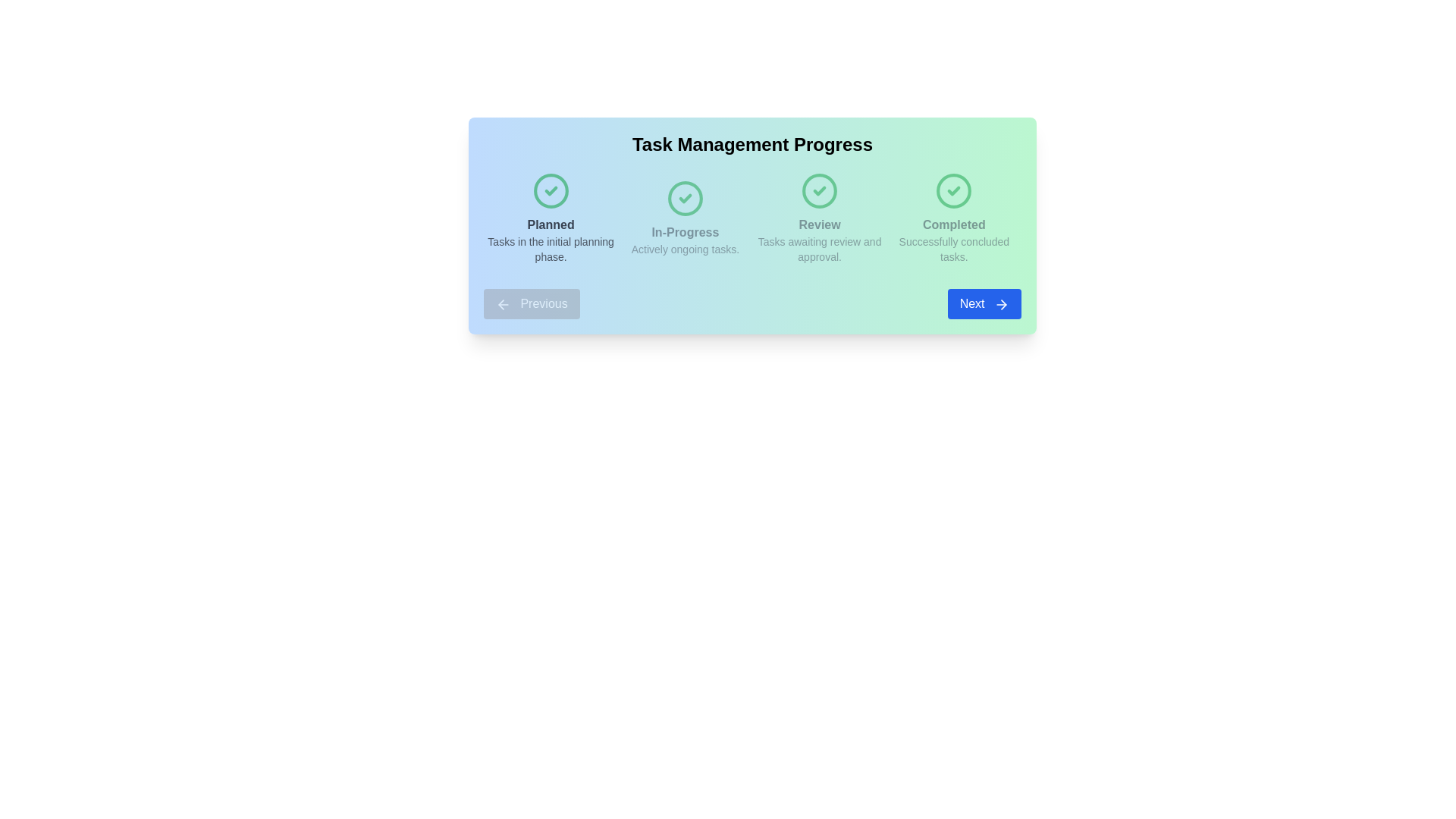 The image size is (1456, 819). Describe the element at coordinates (532, 304) in the screenshot. I see `the 'Previous' button to navigate to the prior stage` at that location.